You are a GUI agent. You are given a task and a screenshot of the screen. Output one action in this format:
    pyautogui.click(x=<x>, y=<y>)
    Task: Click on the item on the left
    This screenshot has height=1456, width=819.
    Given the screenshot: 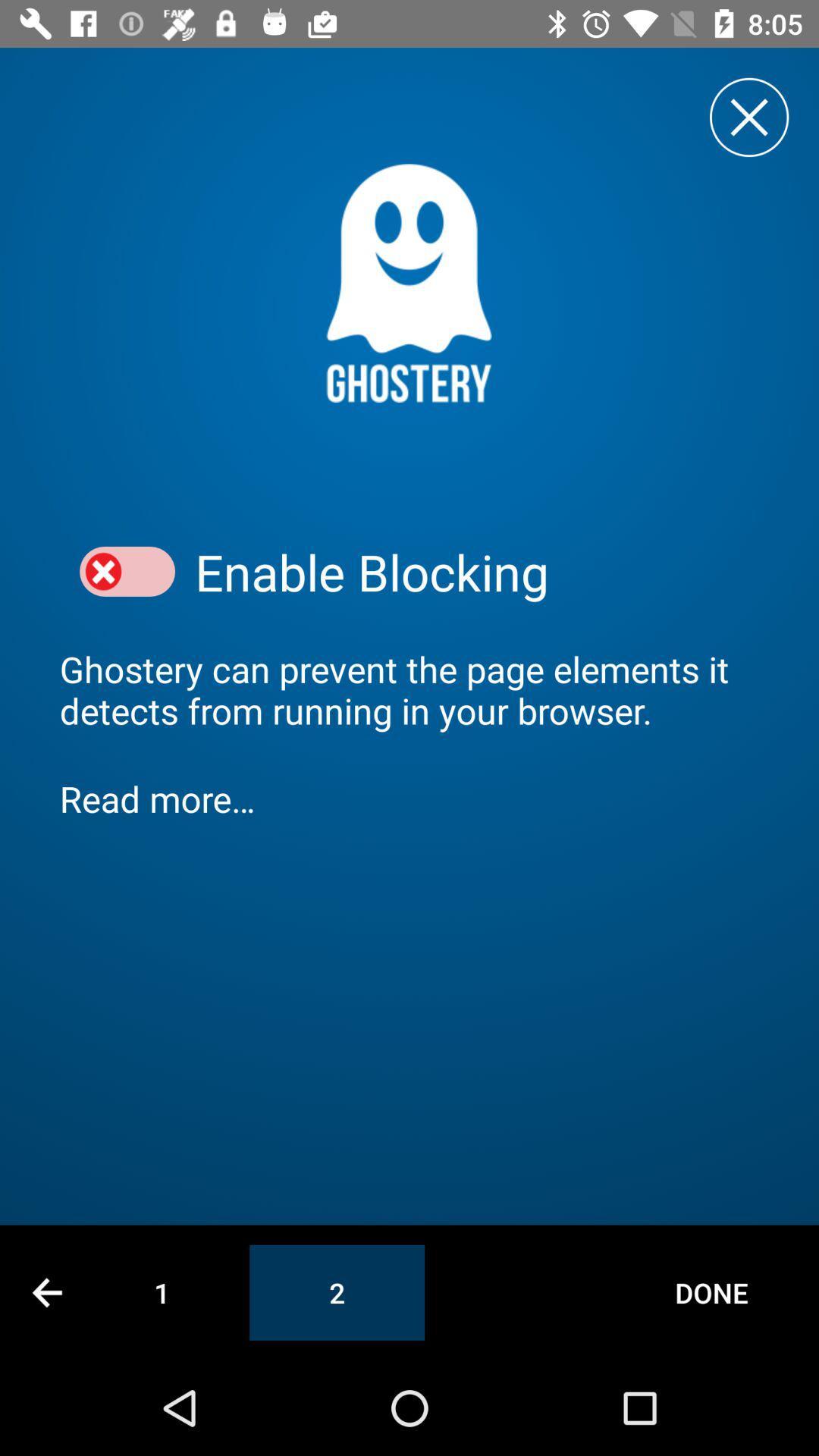 What is the action you would take?
    pyautogui.click(x=127, y=571)
    